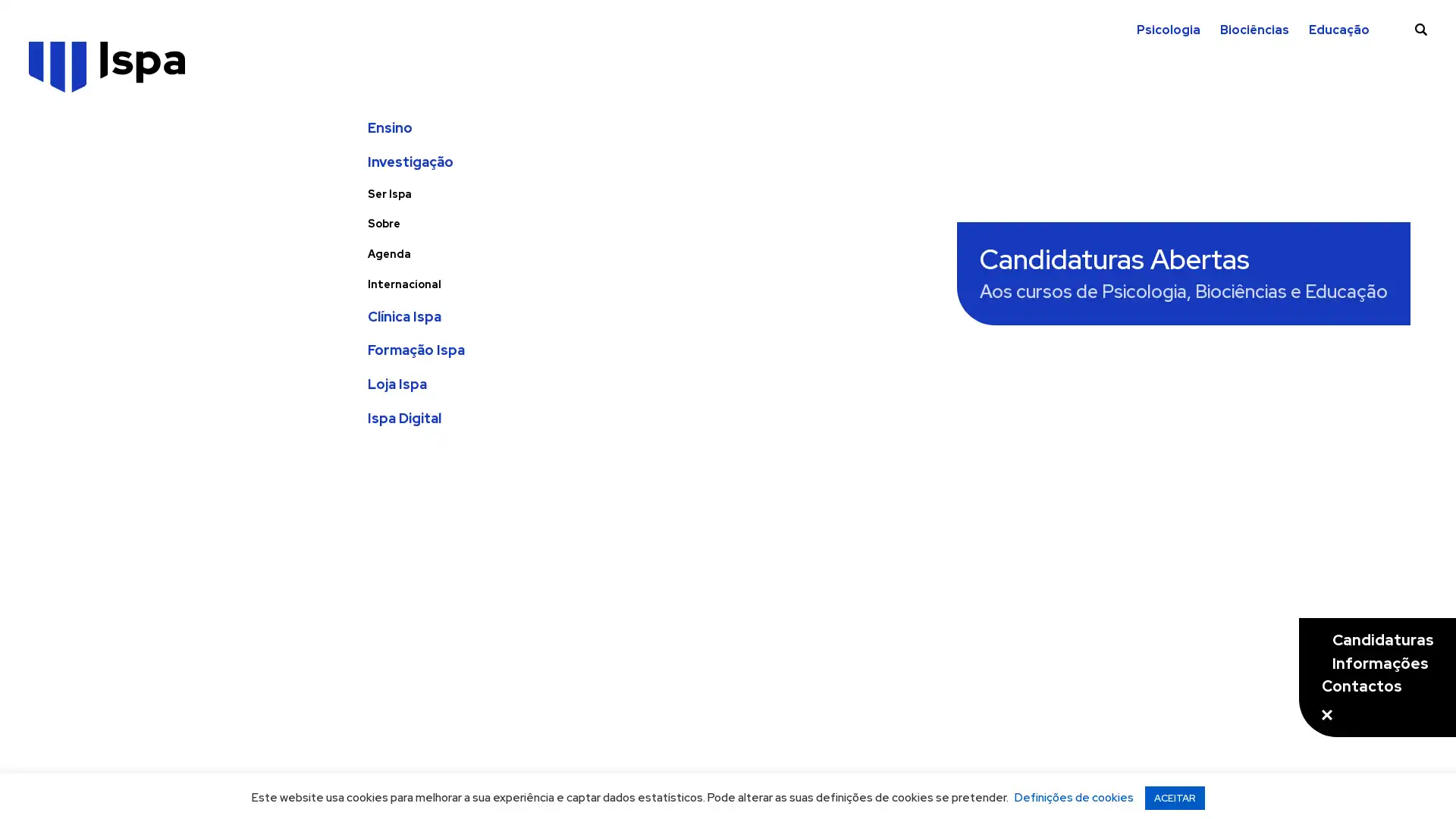 Image resolution: width=1456 pixels, height=819 pixels. What do you see at coordinates (1173, 797) in the screenshot?
I see `ACEITAR` at bounding box center [1173, 797].